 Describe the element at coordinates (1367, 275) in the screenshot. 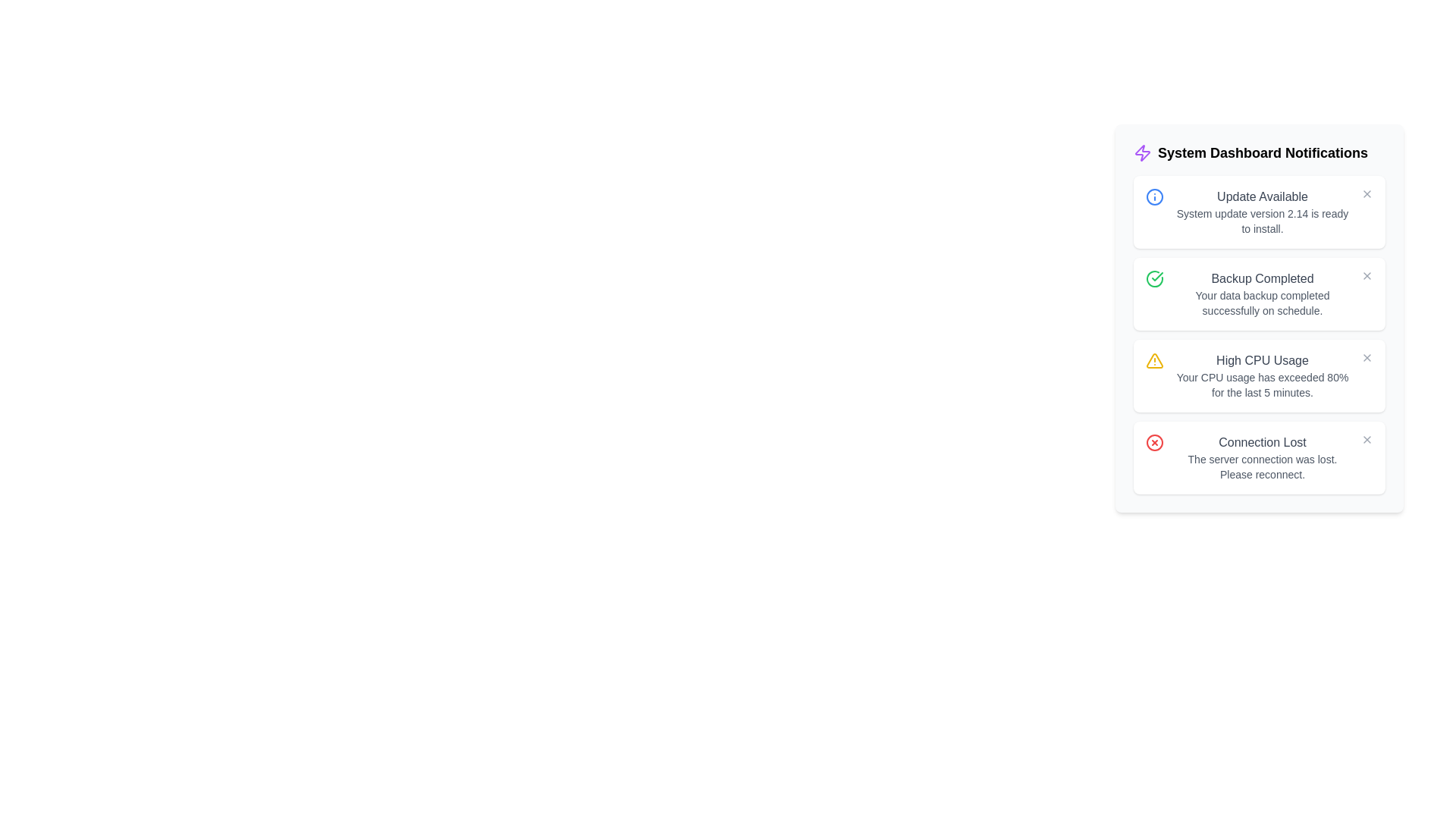

I see `the small gray 'X' icon button located in the top-right corner of the 'Backup Completed' notification card to change its color to dark gray` at that location.